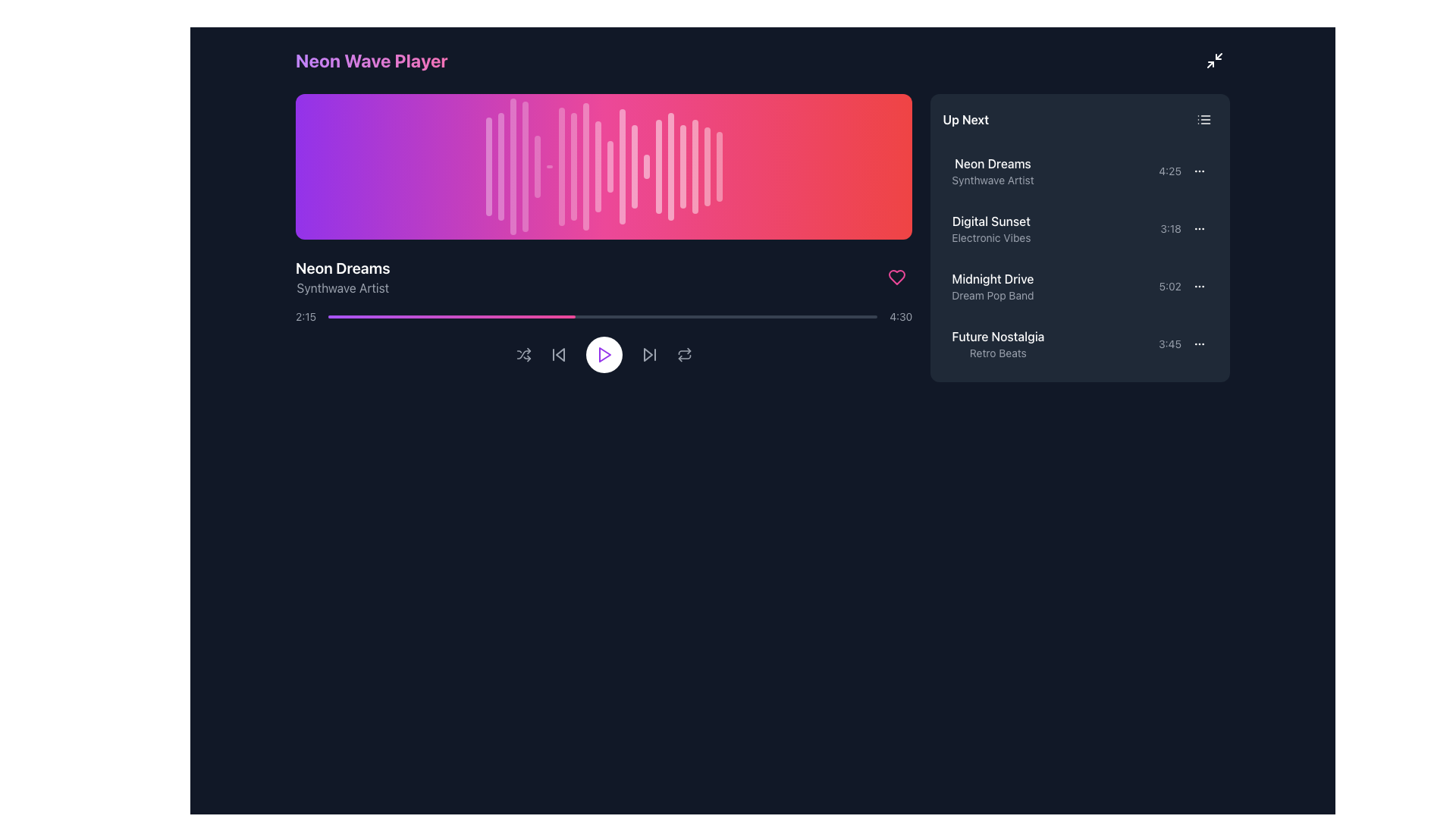  I want to click on the eighth vertical bar in the waveform visualization, which is a slim, rounded rectangular white bar within a purple-to-pink gradient background, so click(573, 166).